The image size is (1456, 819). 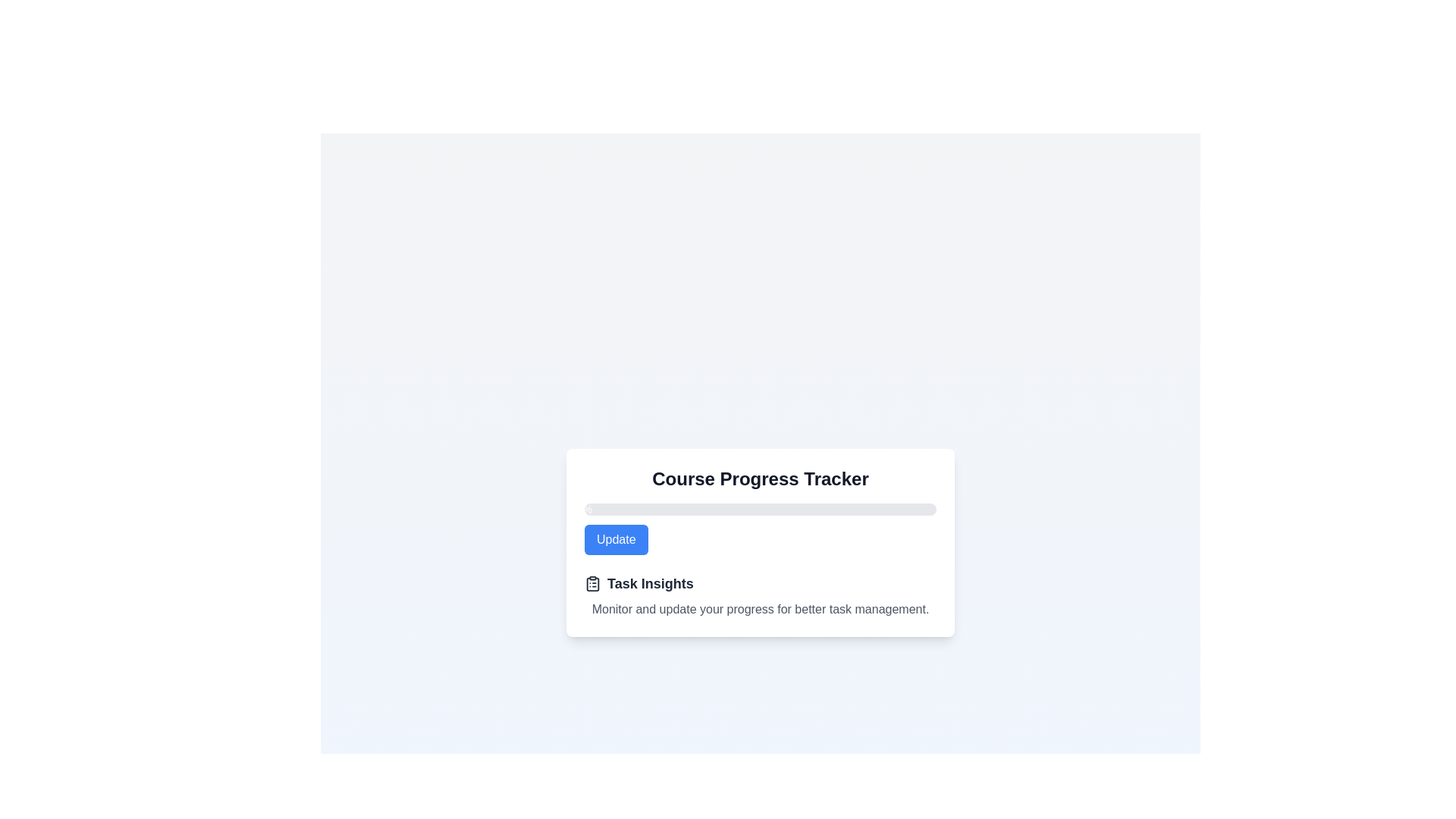 I want to click on the horizontal progress bar with a gray background and a gradient progress indicator, located under the 'Course Progress Tracker' title, so click(x=761, y=509).